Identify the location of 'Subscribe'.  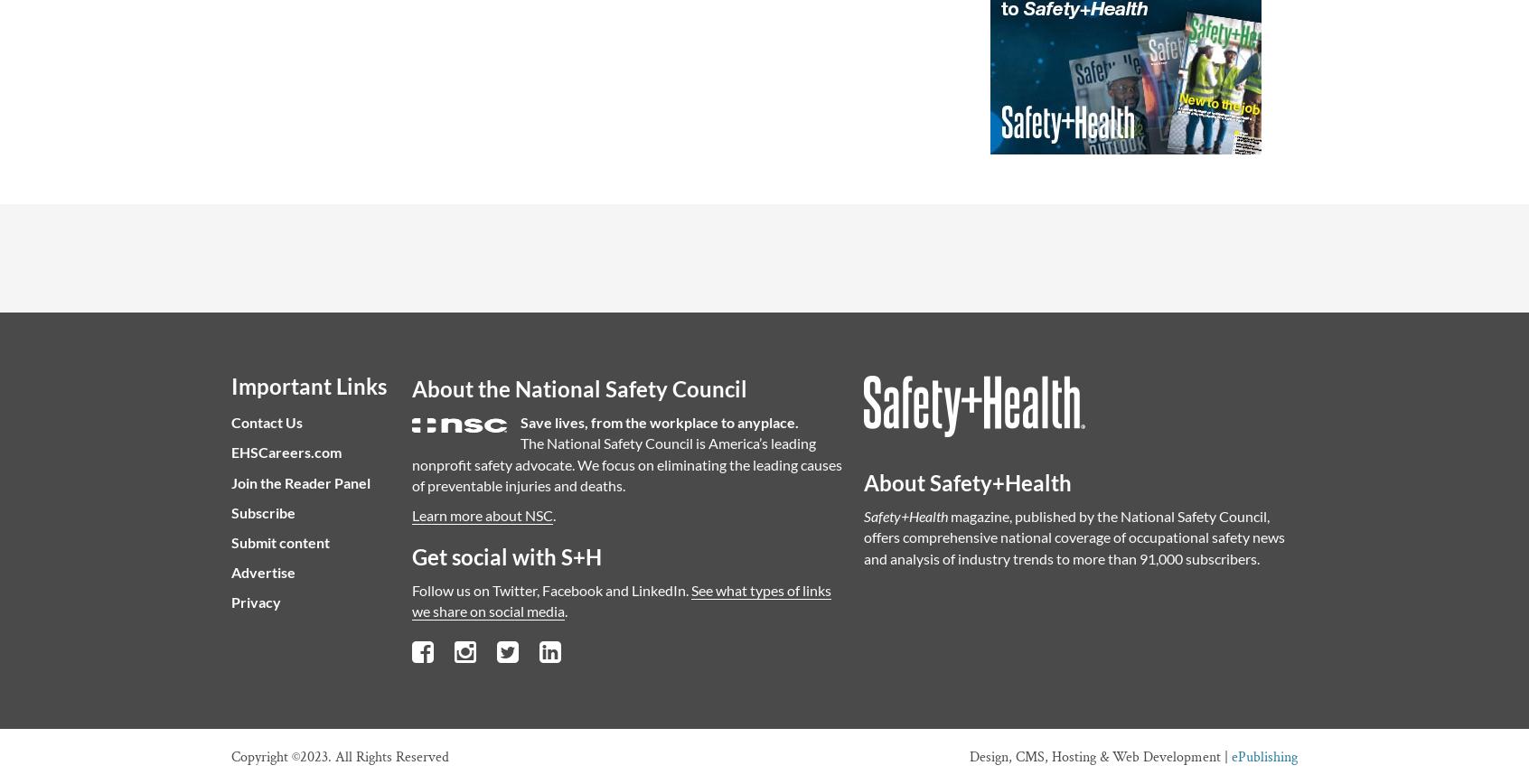
(262, 511).